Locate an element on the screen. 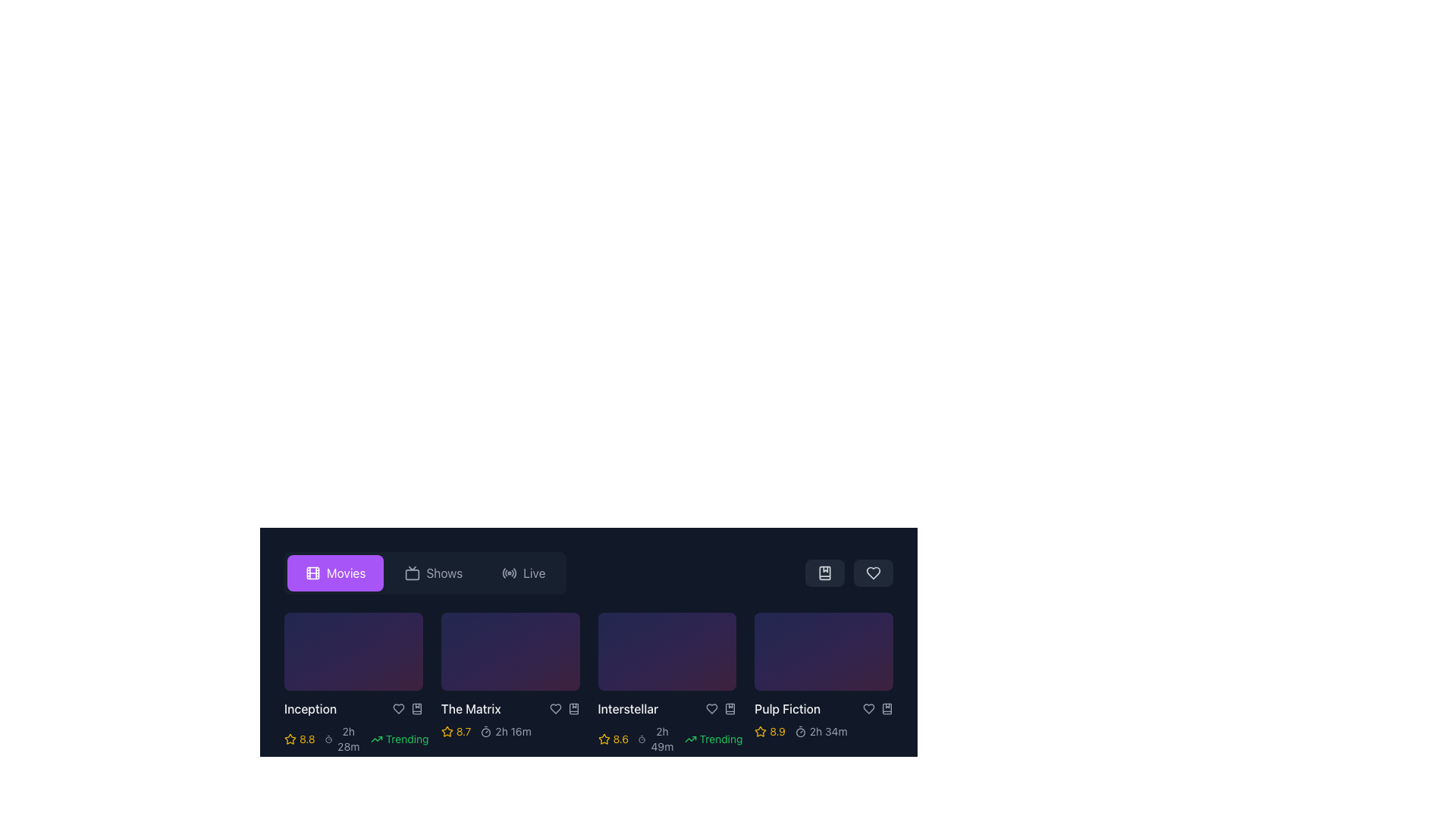  the central circular SVG element of the stopwatch icon located in the top-right corner of the interface is located at coordinates (486, 732).